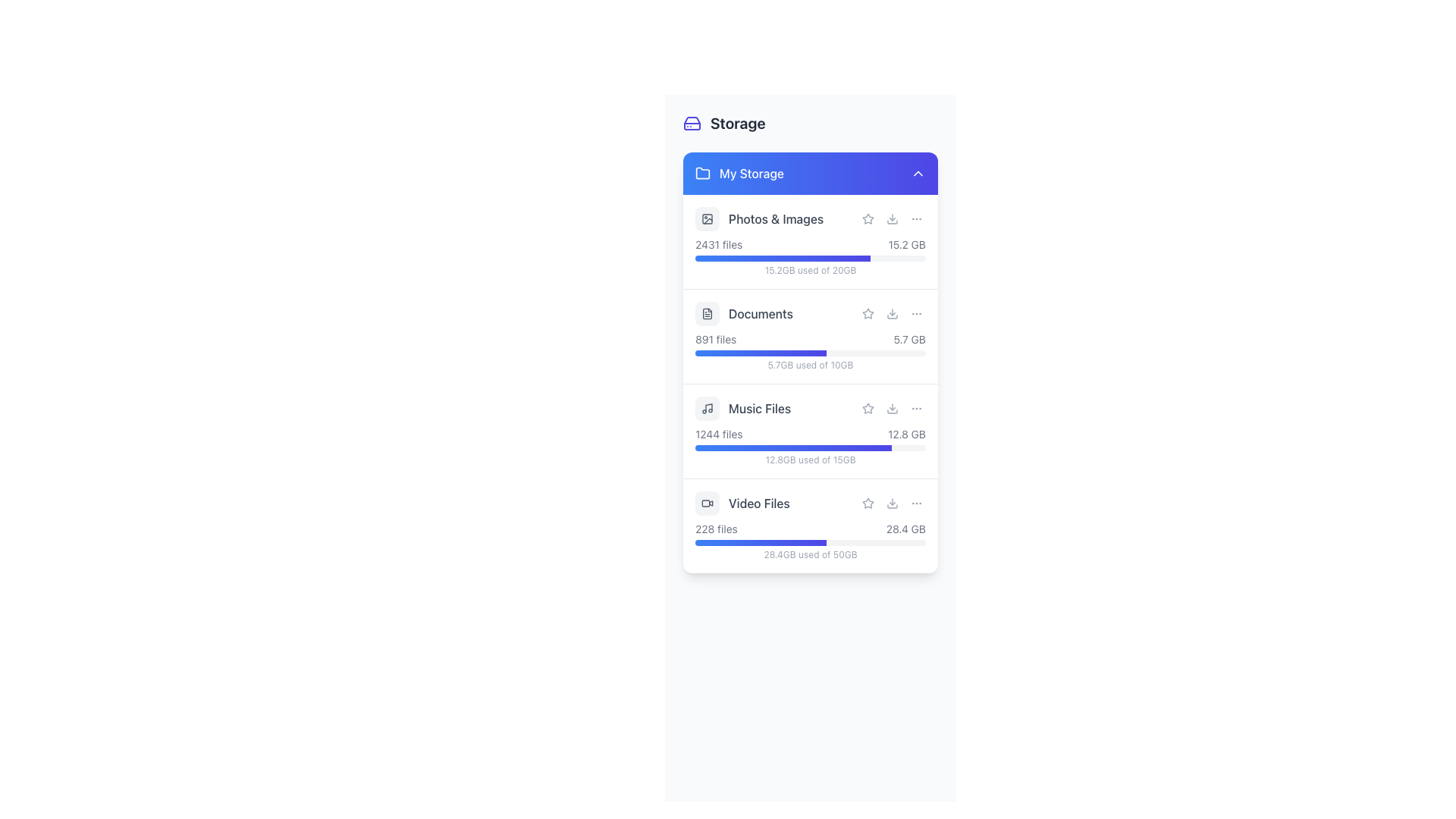  Describe the element at coordinates (810, 351) in the screenshot. I see `the storage usage composite UI component located in the 'Documents' section, which includes a progress bar and usage details` at that location.